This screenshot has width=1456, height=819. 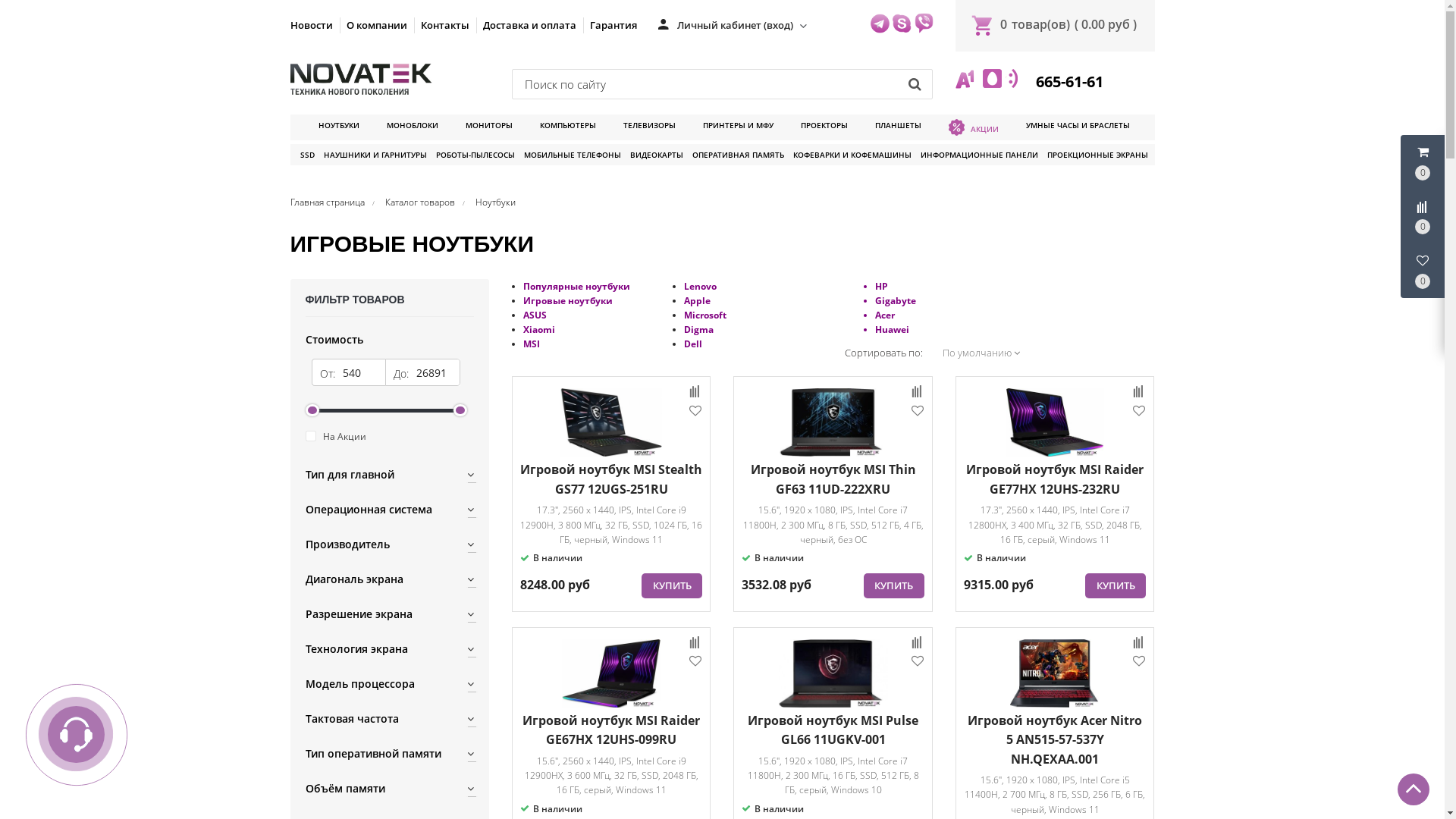 What do you see at coordinates (704, 314) in the screenshot?
I see `'Microsoft'` at bounding box center [704, 314].